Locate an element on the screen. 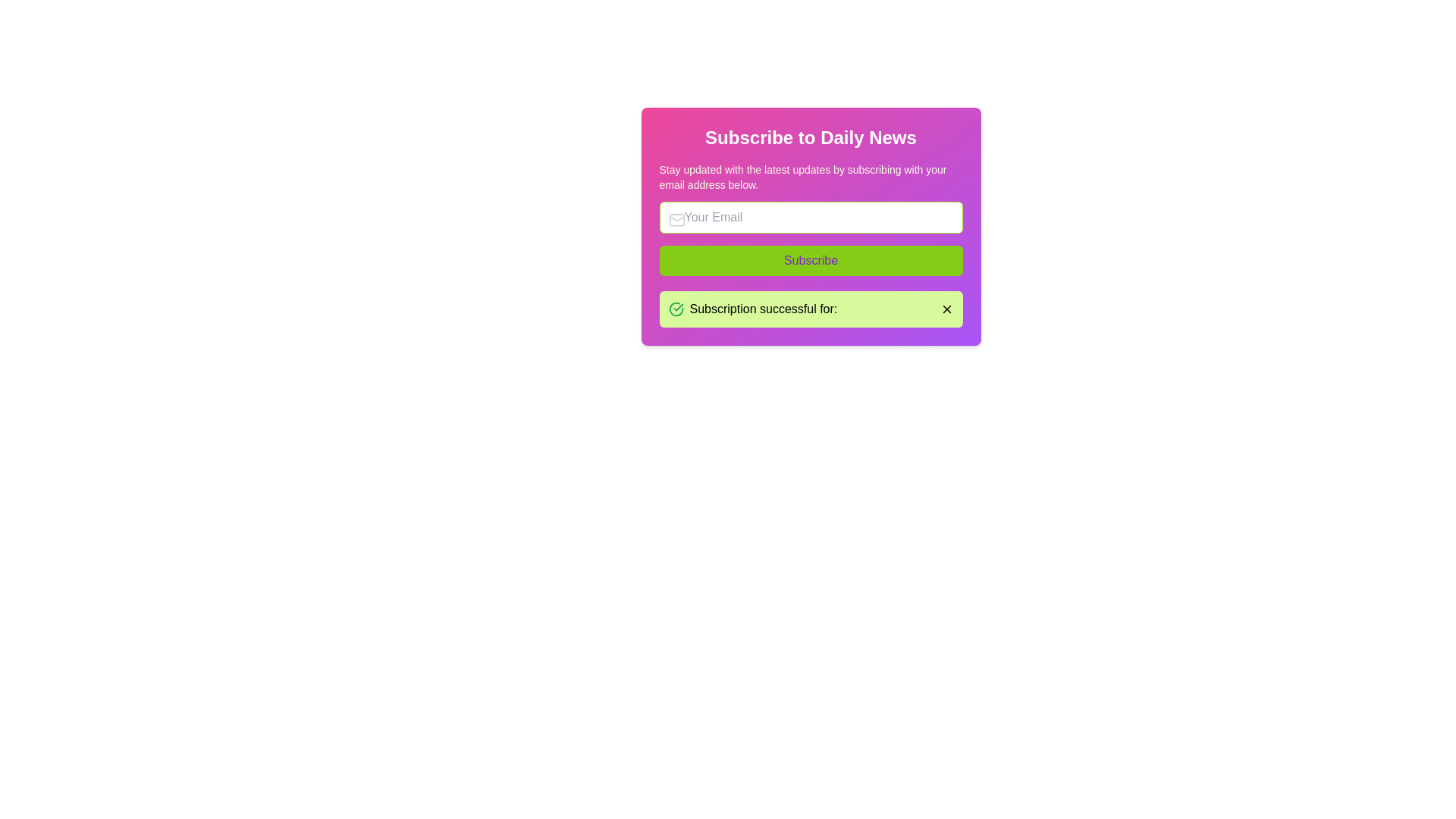 The image size is (1456, 819). the decorative rectangle within the email icon, which features rounded corners and is centrally aligned in the subscription field is located at coordinates (676, 220).